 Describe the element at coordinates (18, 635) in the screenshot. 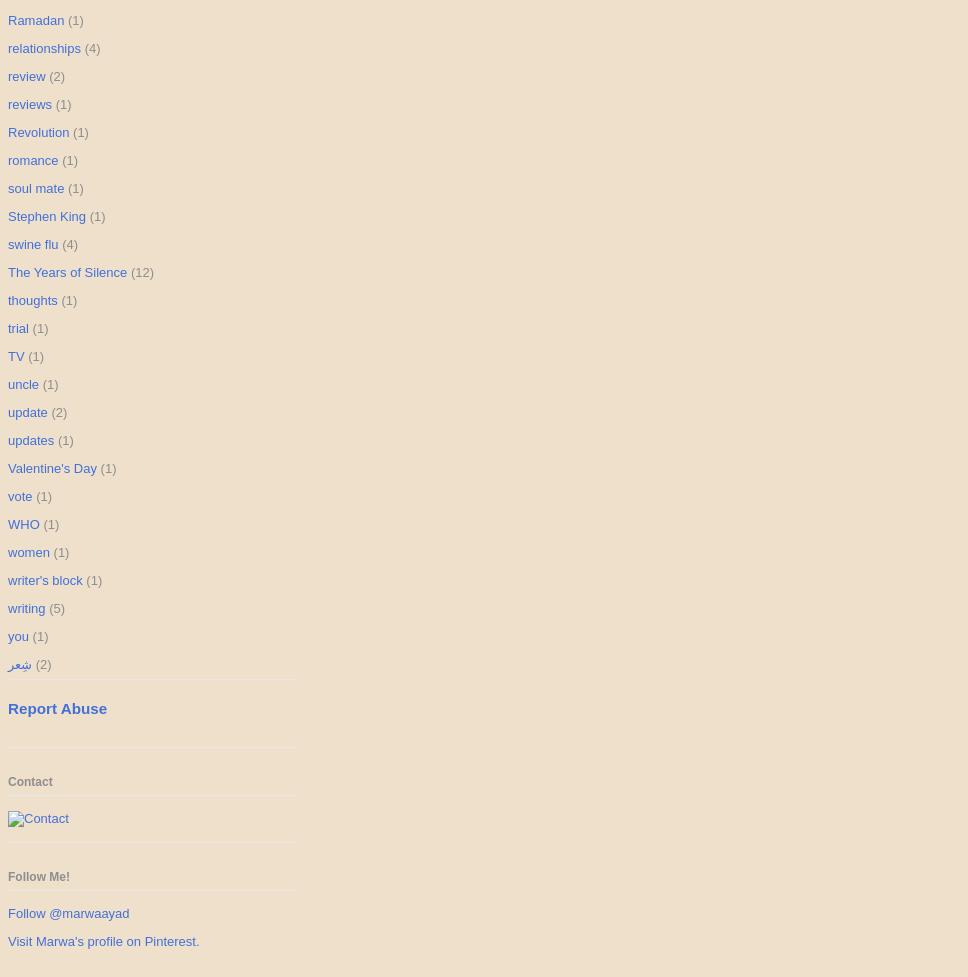

I see `'you'` at that location.